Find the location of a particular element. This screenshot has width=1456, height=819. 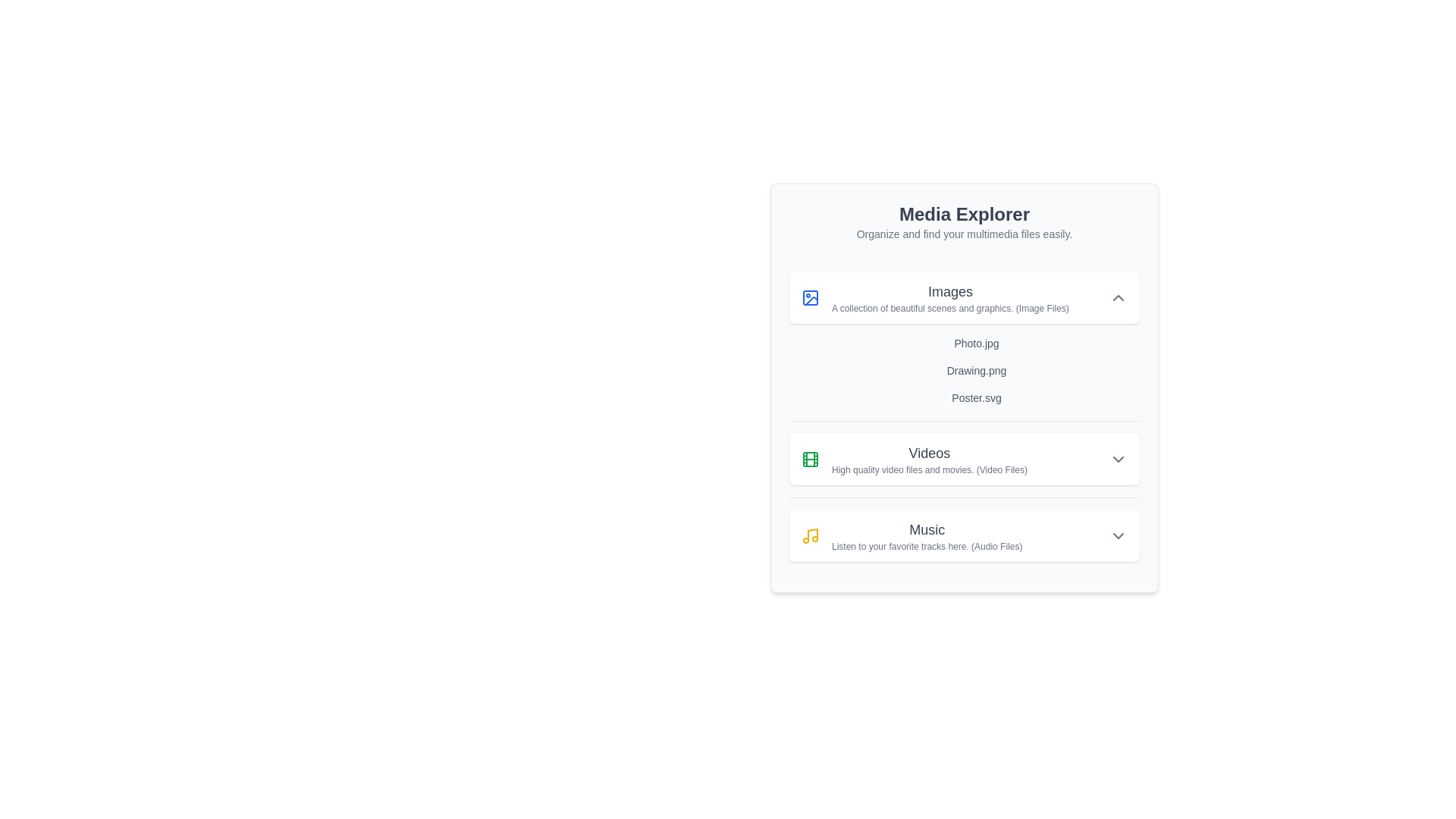

the Text block that introduces the video files section, located beneath the 'Images' section and above the 'Music' section in the 'Media Explorer' is located at coordinates (928, 458).